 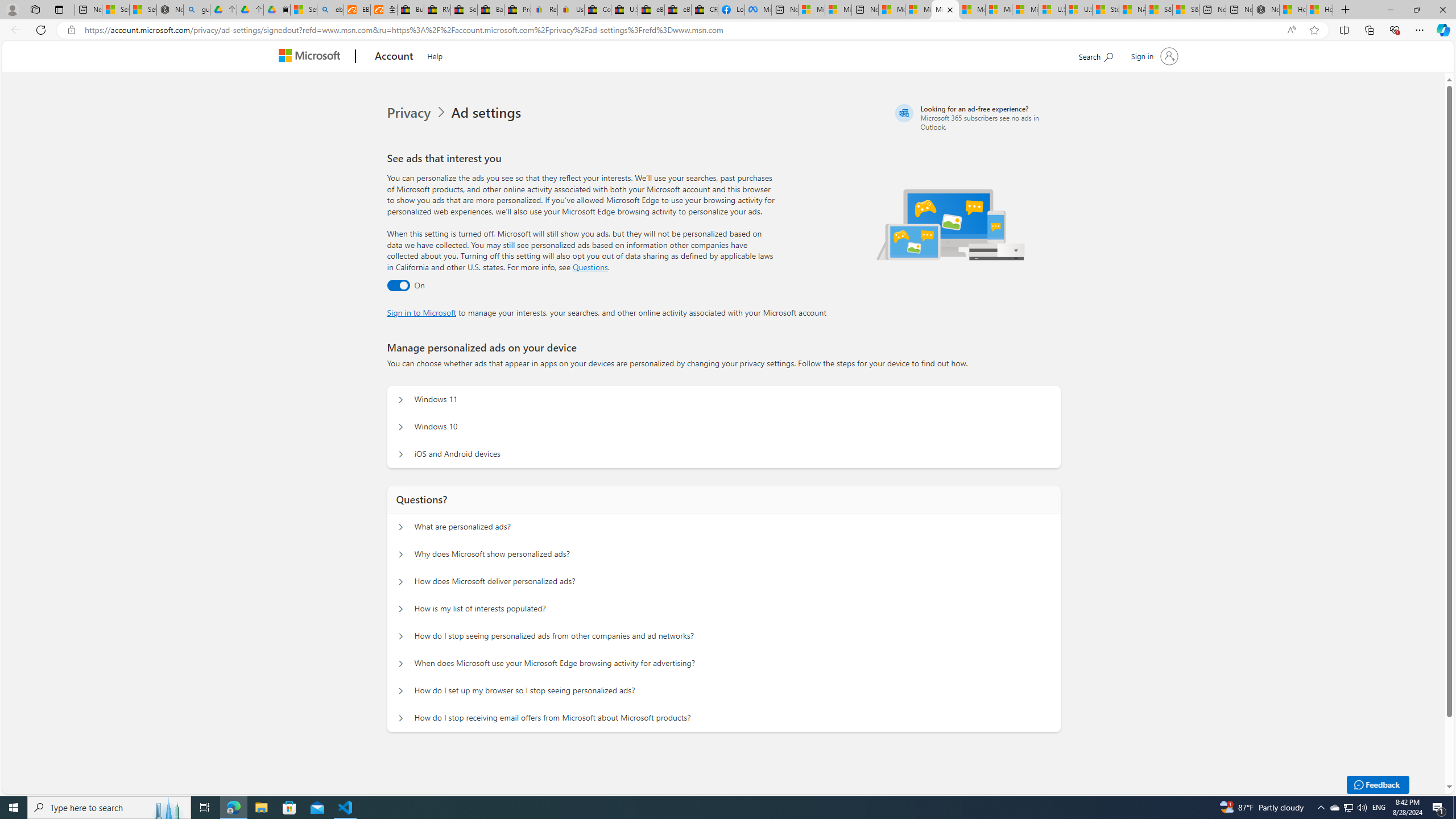 I want to click on 'Looking for an ad-free experience?', so click(x=976, y=117).